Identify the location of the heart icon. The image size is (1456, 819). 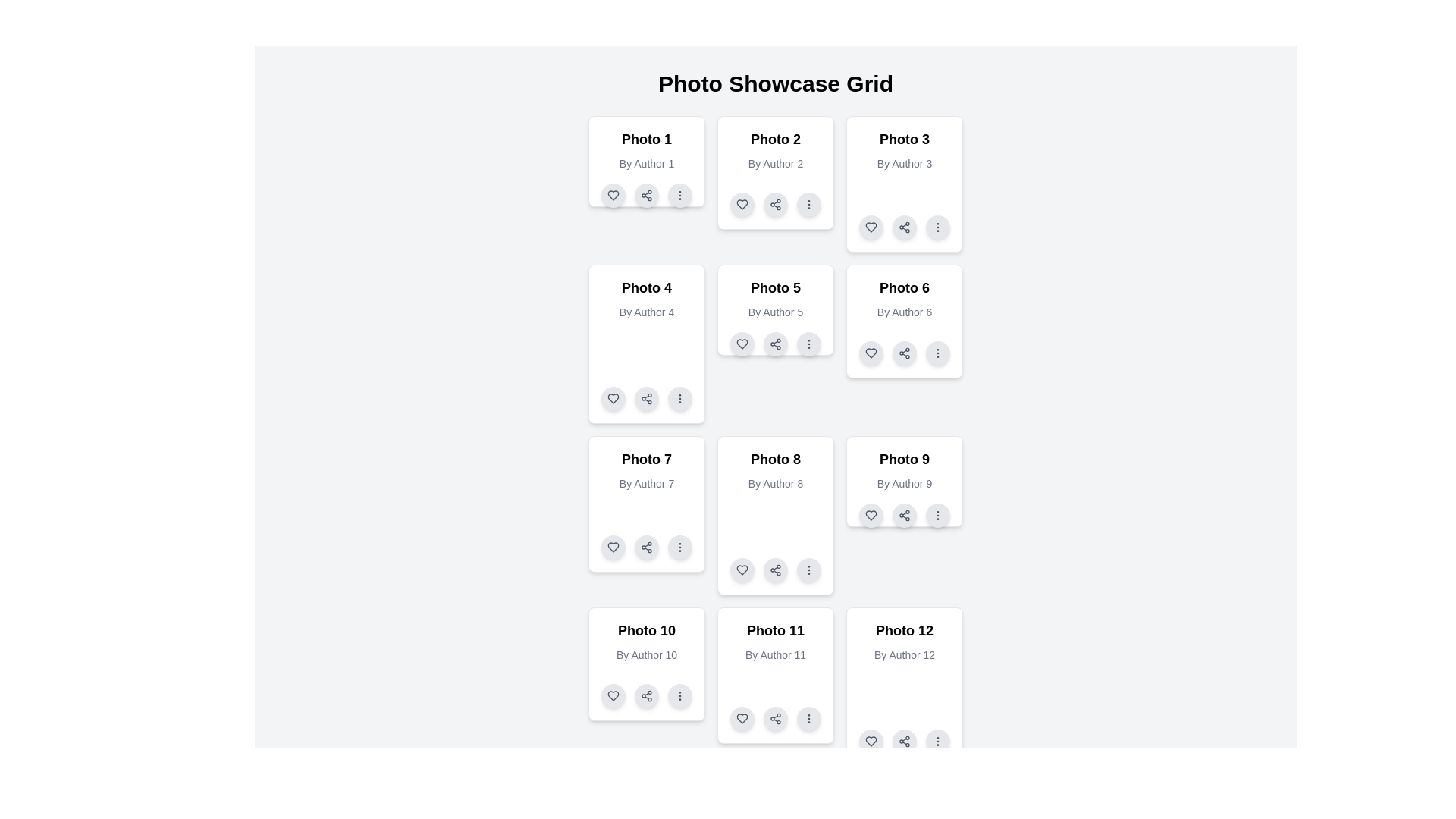
(871, 353).